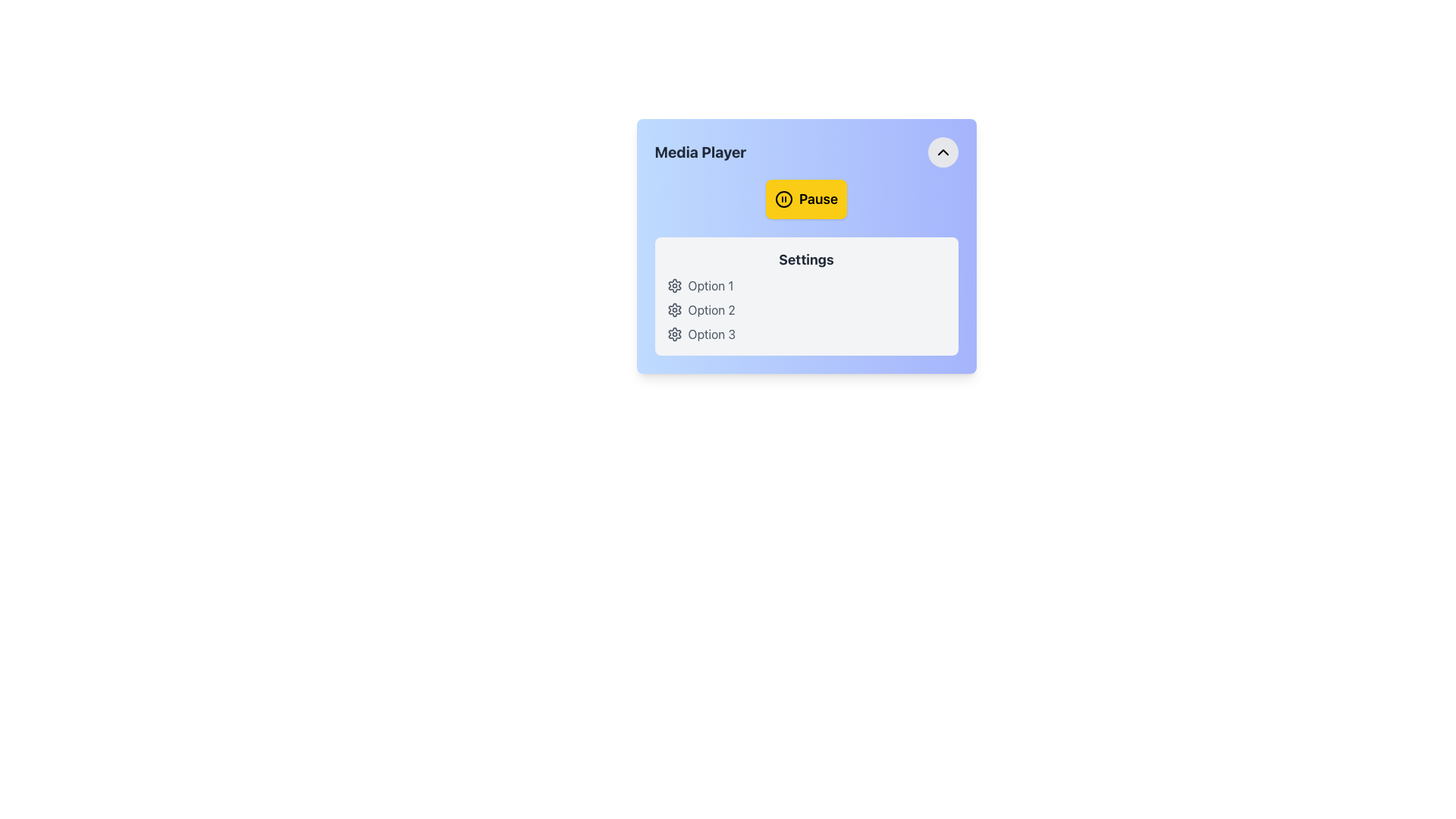 This screenshot has width=1456, height=819. I want to click on the selectable list item labeled 'Option 2', so click(805, 309).